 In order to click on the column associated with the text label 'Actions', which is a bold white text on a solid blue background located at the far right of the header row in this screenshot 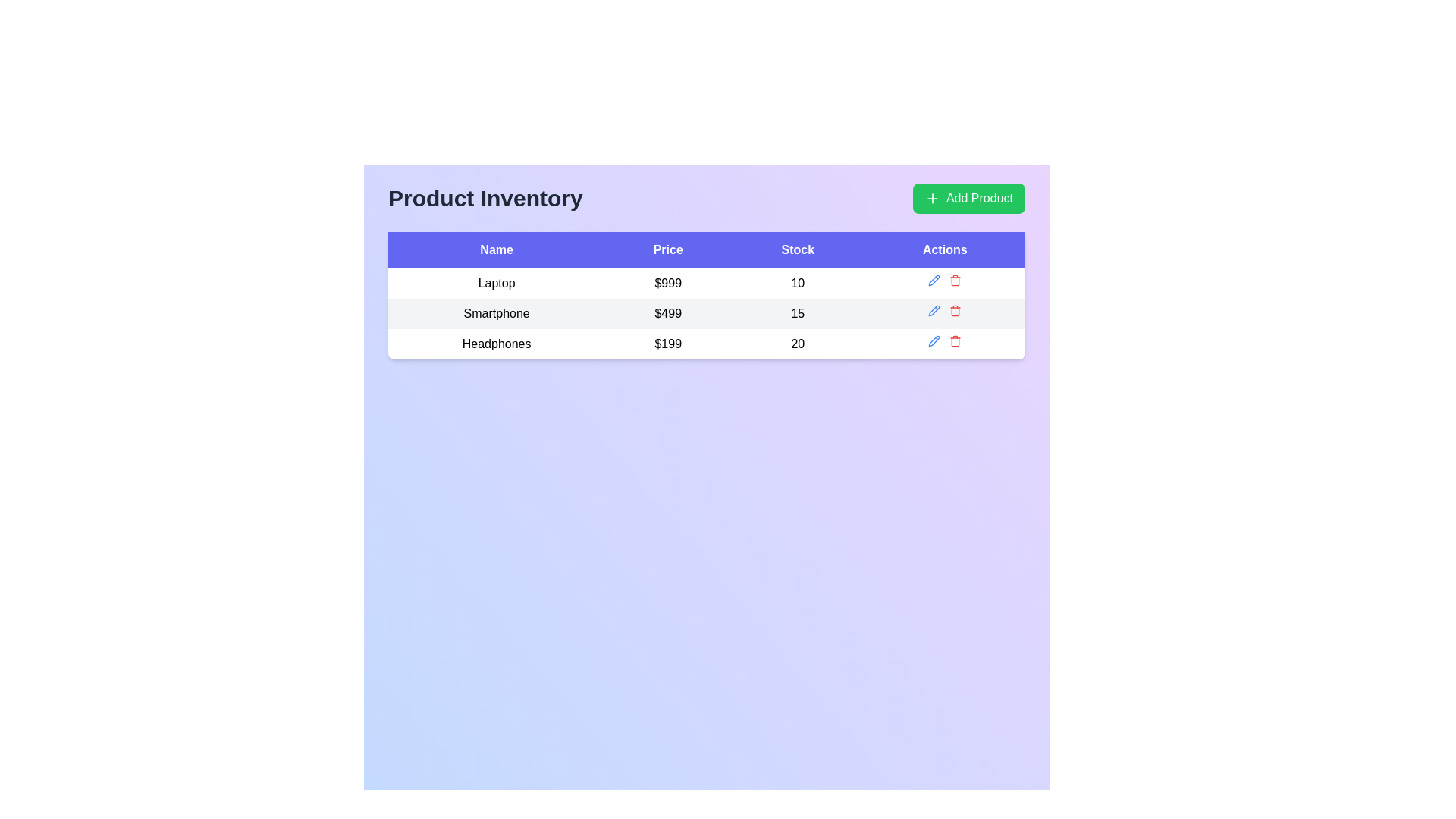, I will do `click(944, 249)`.